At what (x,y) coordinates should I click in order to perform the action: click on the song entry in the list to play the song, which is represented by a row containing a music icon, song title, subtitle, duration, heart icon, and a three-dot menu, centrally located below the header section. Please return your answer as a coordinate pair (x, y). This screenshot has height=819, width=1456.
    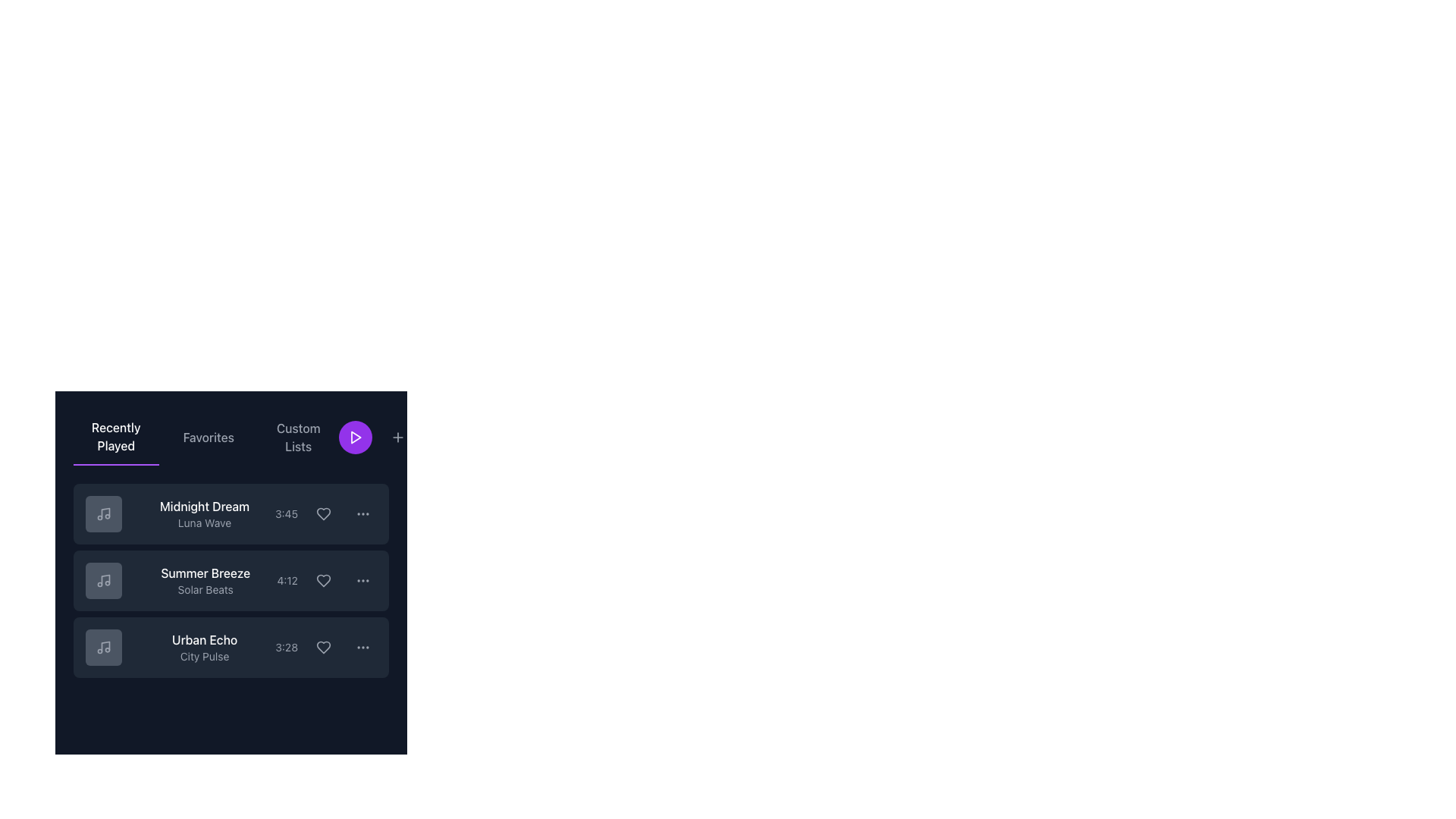
    Looking at the image, I should click on (231, 563).